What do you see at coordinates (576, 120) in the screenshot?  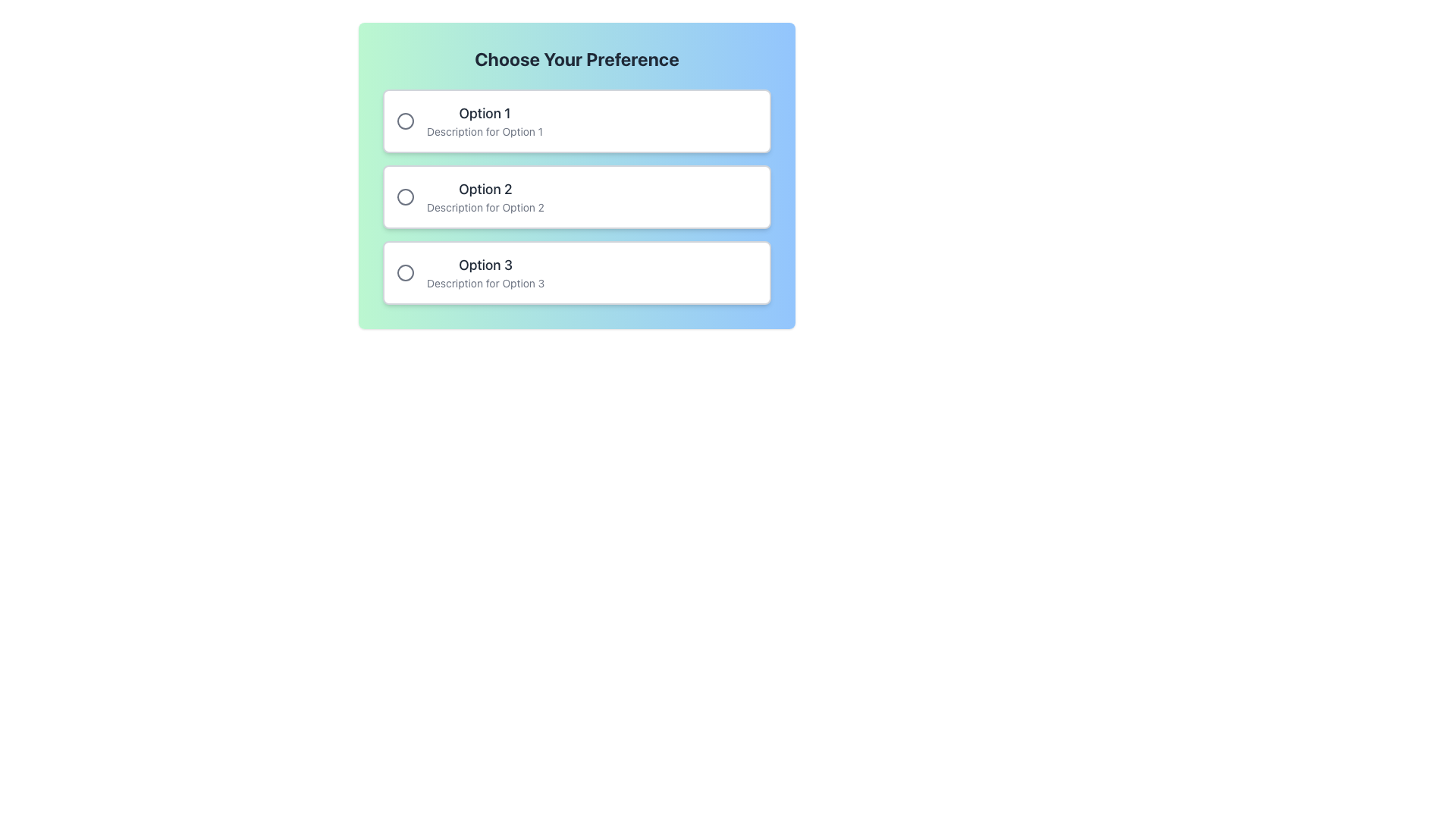 I see `the first card representing a selectable option in the list` at bounding box center [576, 120].